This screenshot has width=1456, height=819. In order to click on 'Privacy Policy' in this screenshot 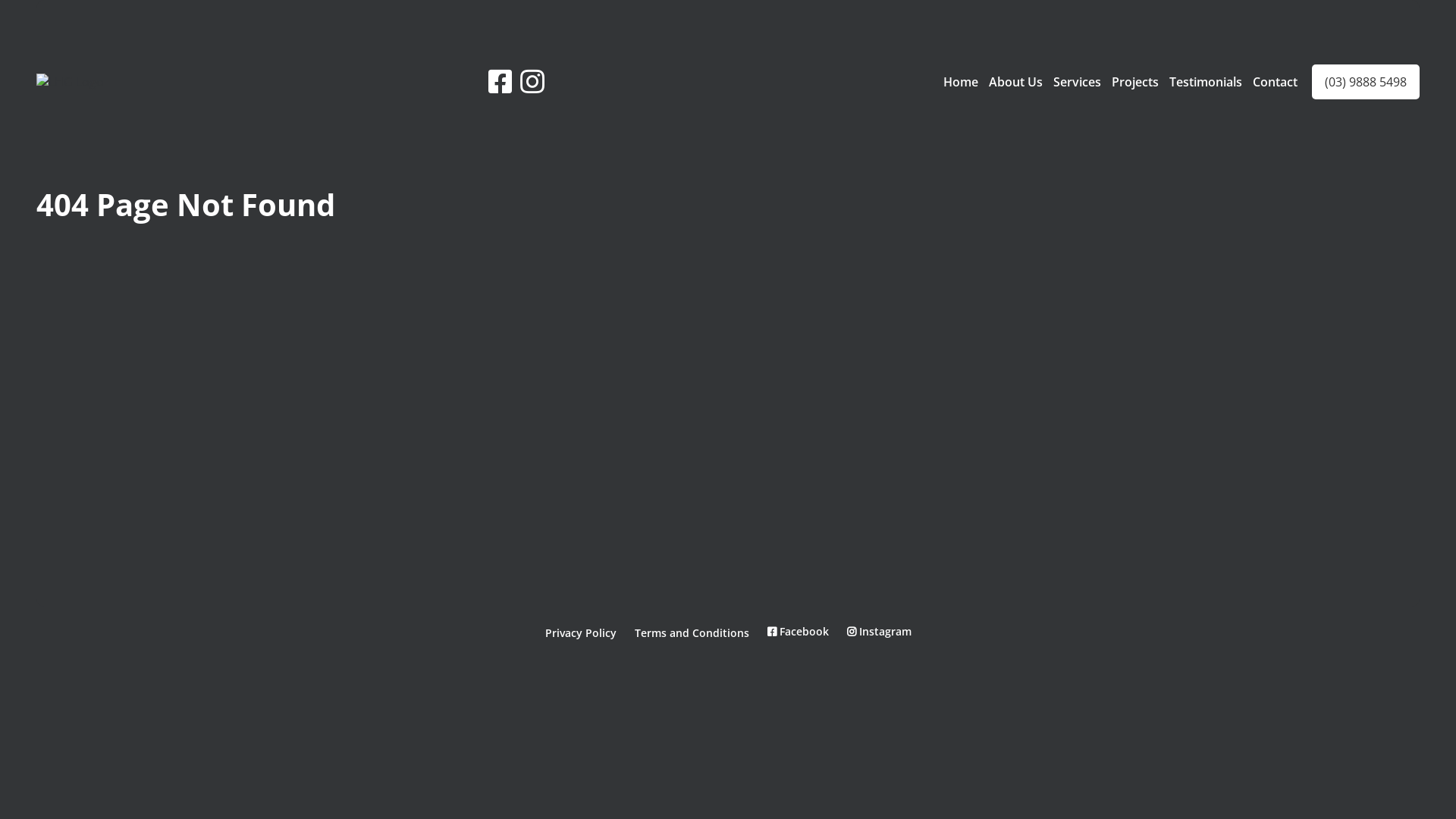, I will do `click(544, 632)`.